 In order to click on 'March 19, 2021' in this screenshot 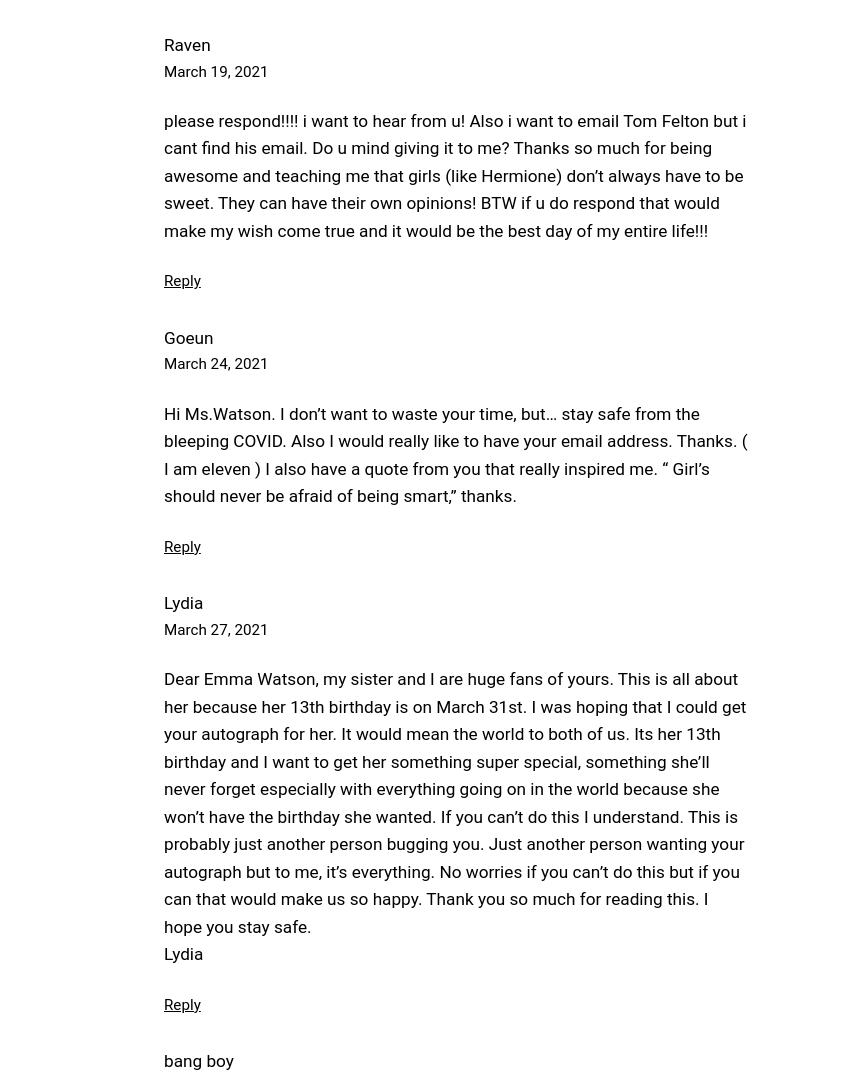, I will do `click(215, 70)`.